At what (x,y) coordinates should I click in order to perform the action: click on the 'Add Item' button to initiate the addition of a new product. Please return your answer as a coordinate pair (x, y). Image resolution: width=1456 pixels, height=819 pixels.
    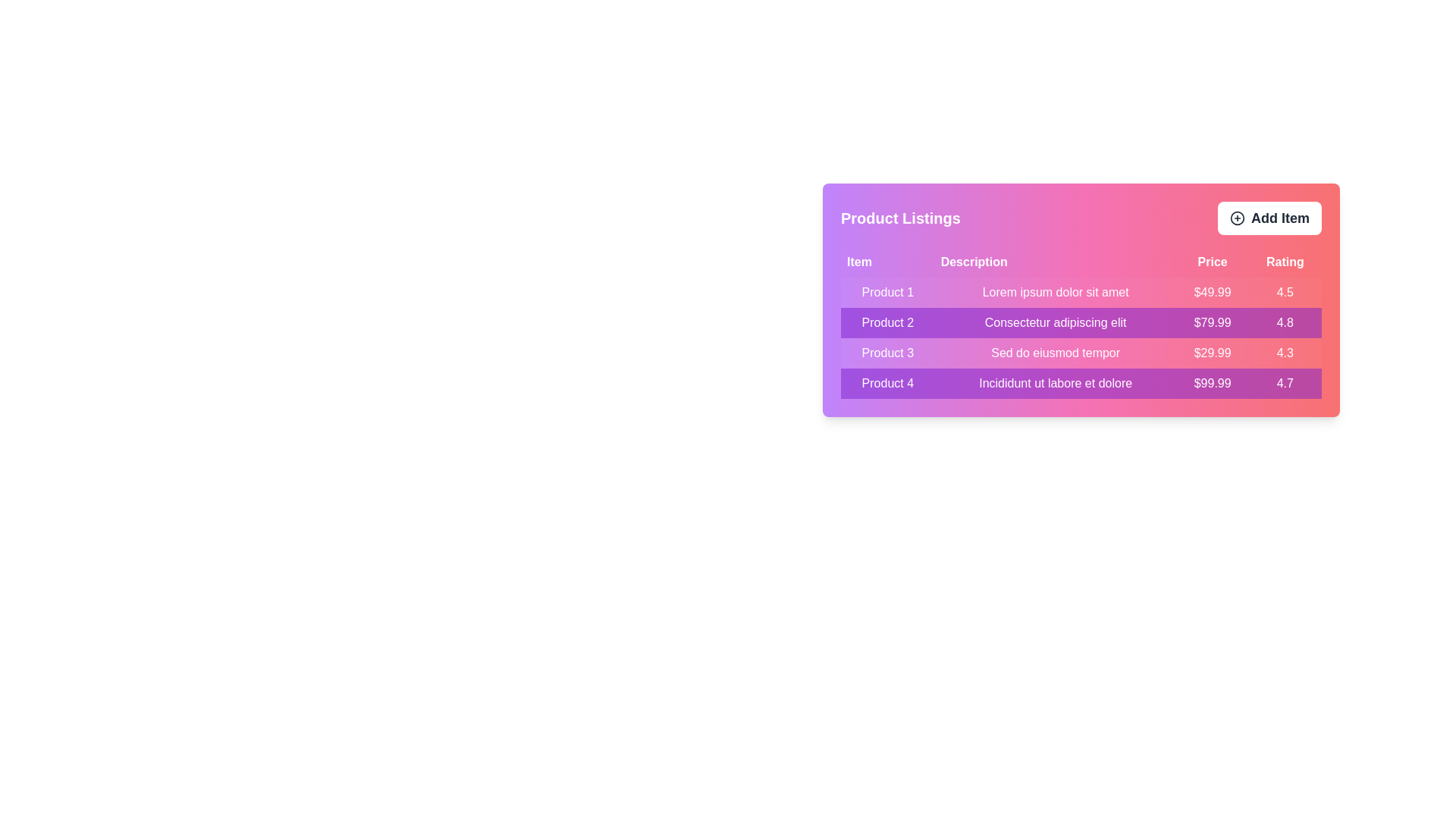
    Looking at the image, I should click on (1269, 218).